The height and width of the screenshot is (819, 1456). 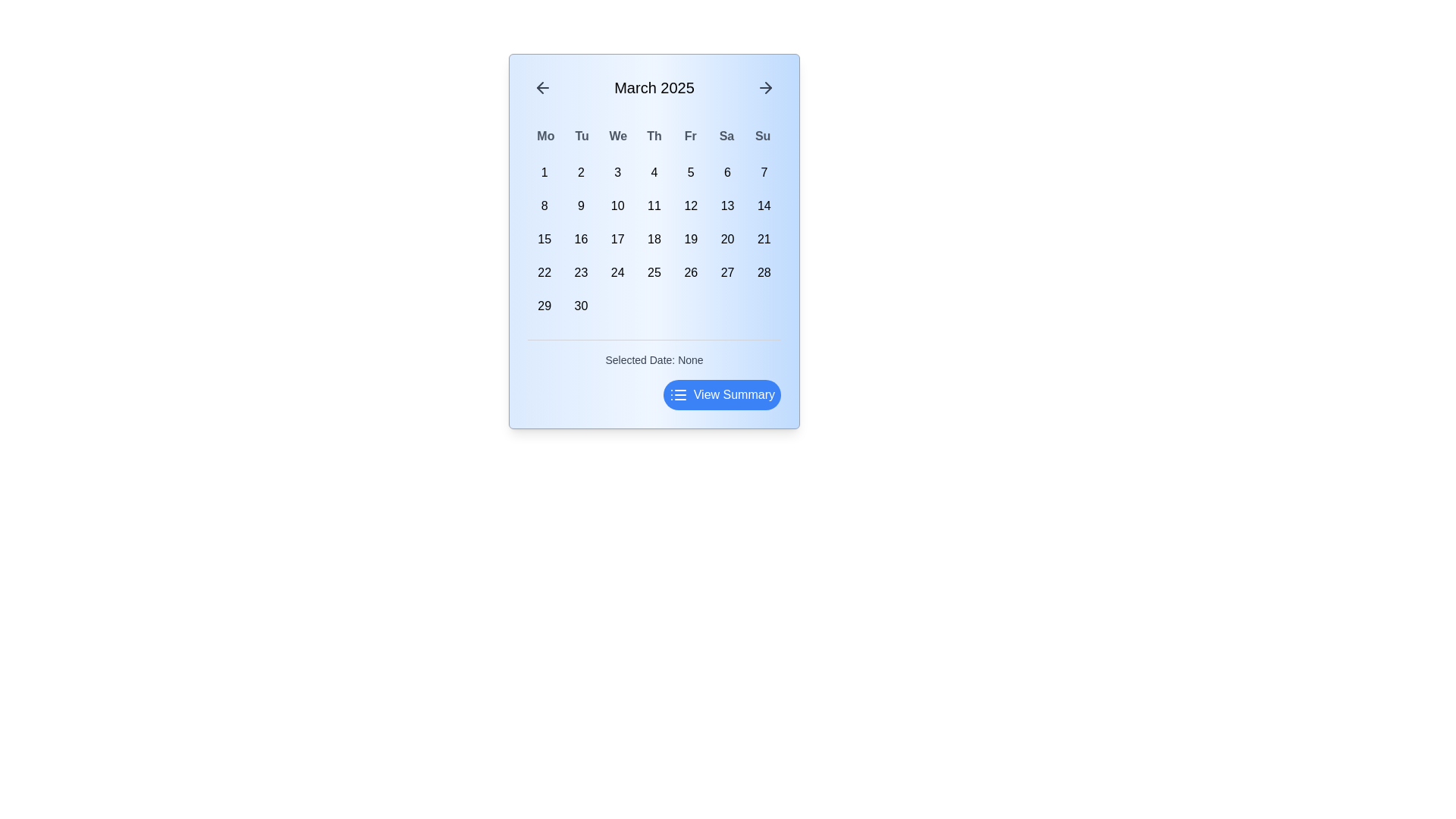 I want to click on on the digit '8' in the calendar grid, which is styled with a rounded border and a light blue background, so click(x=544, y=206).